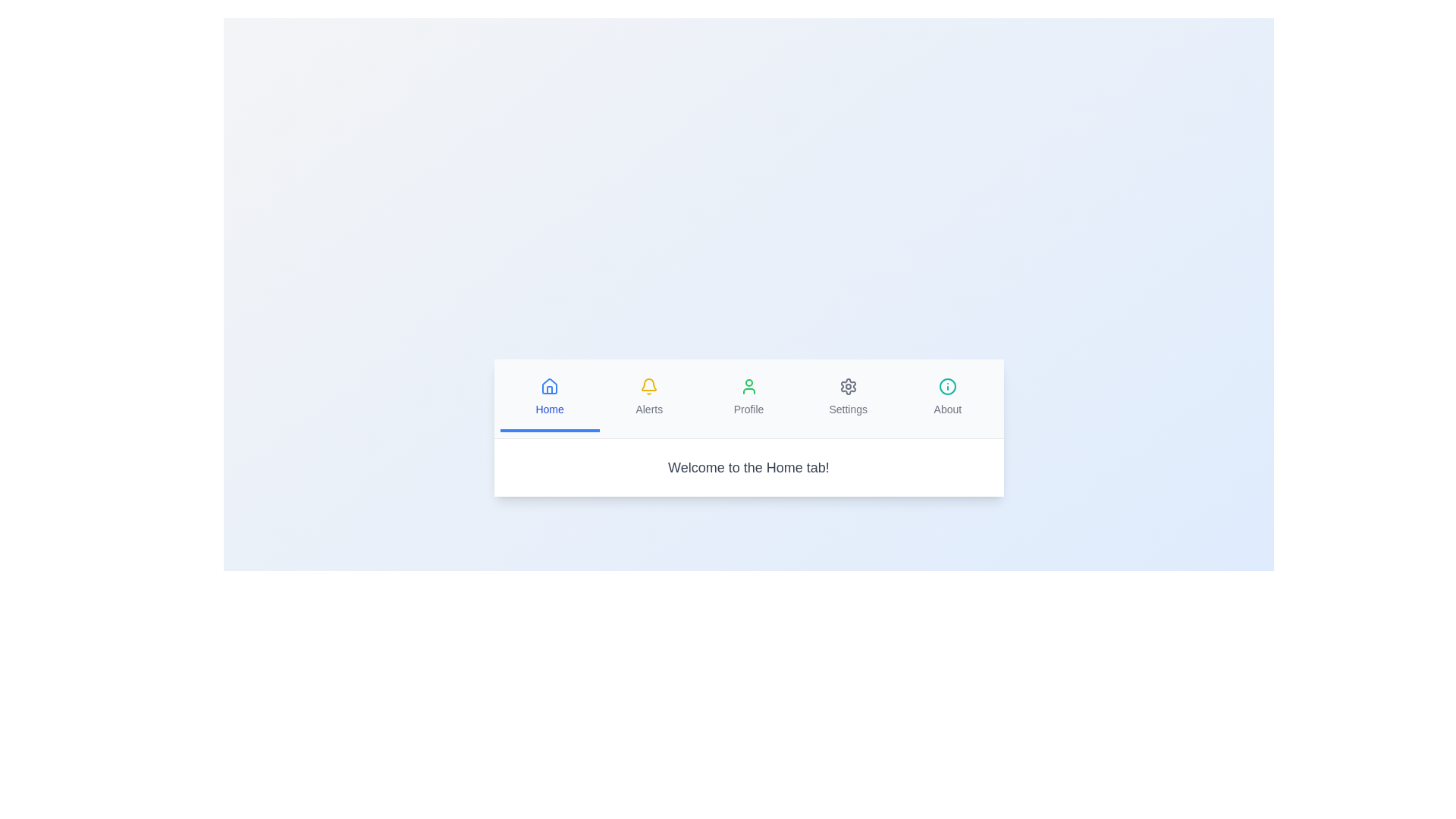 The height and width of the screenshot is (819, 1456). I want to click on the tab button labeled Settings, so click(847, 397).